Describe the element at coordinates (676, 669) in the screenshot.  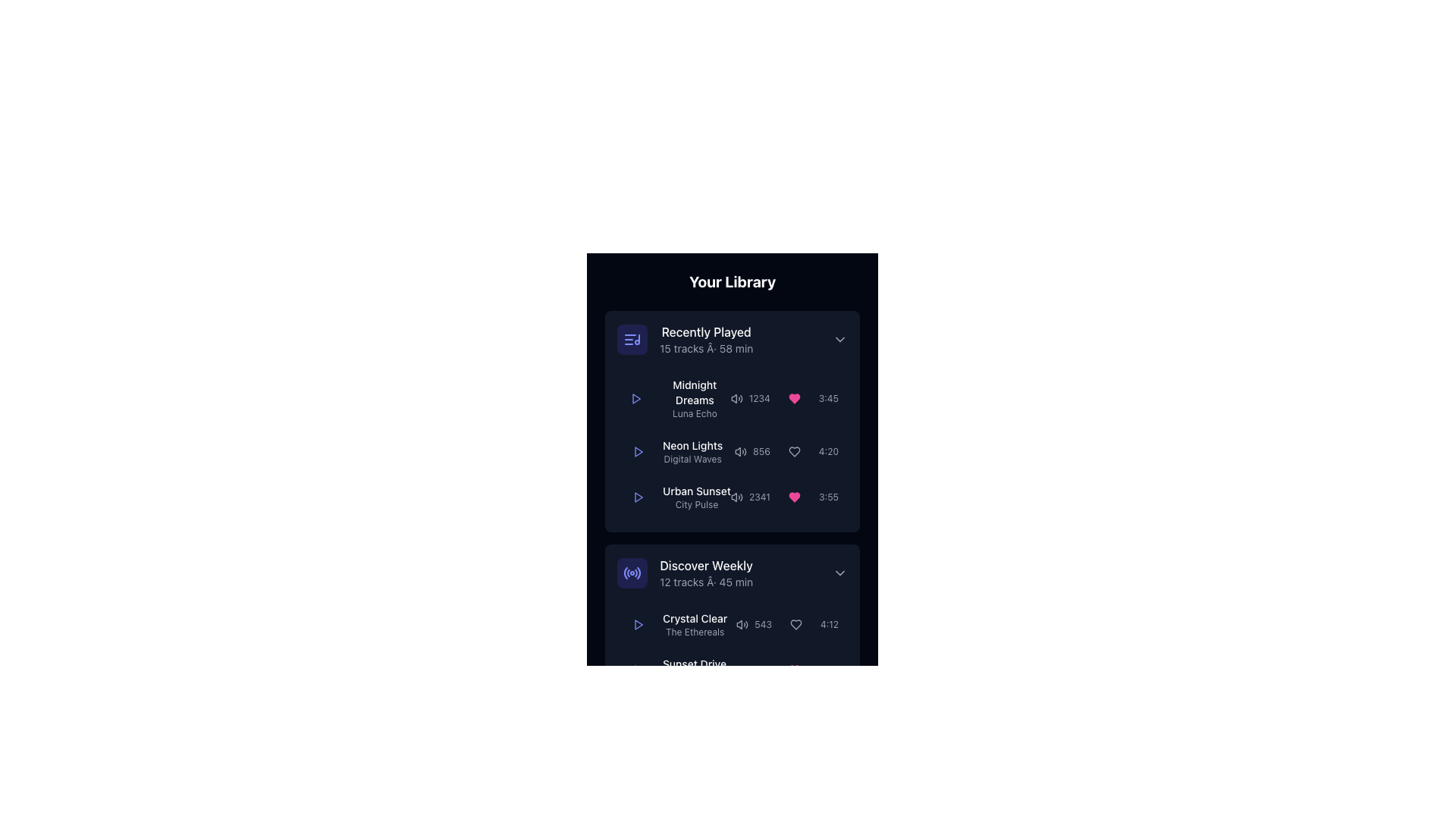
I see `the Text Label displaying track or playlist information under 'Discover Weekly'` at that location.